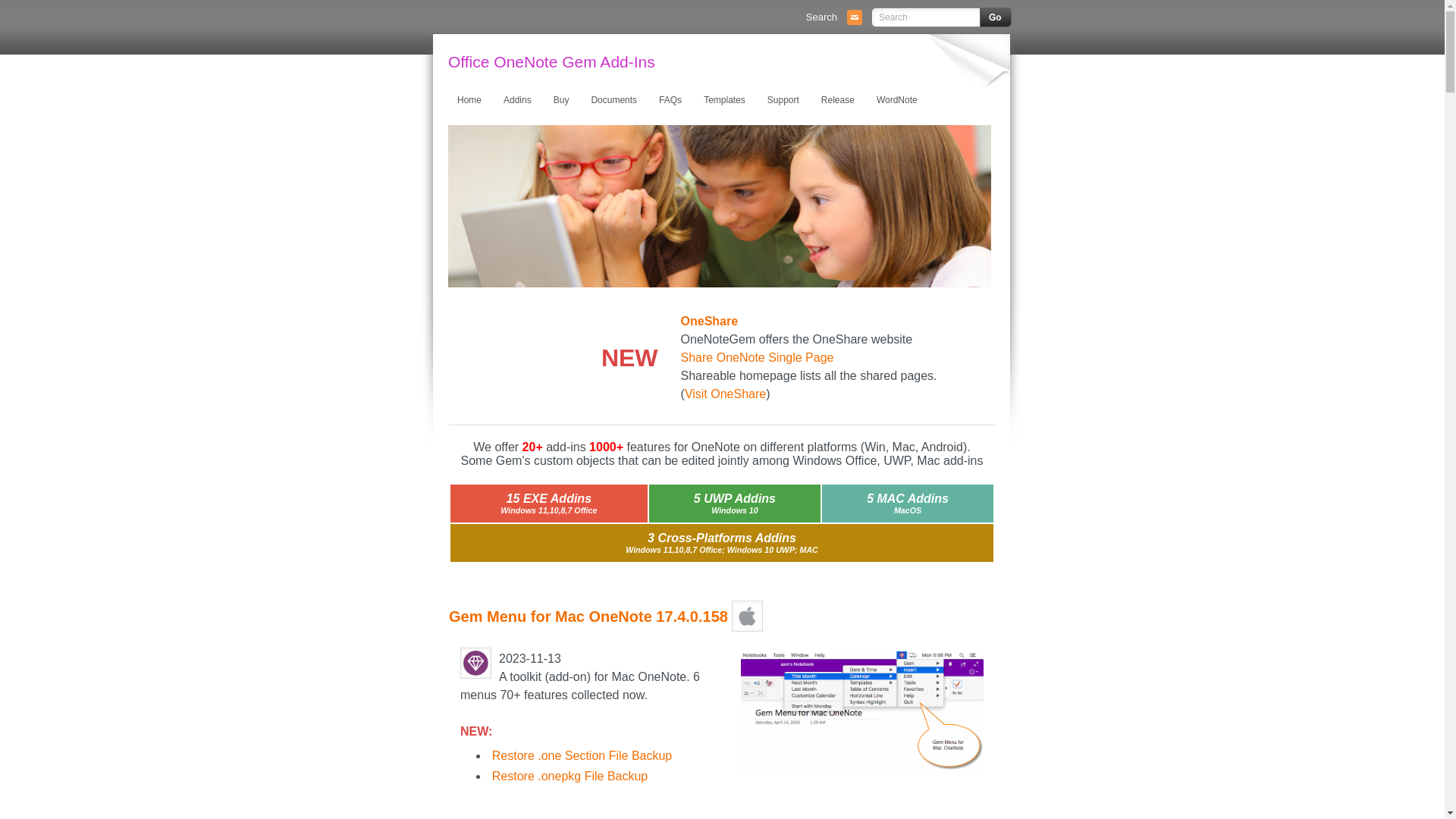  Describe the element at coordinates (548, 504) in the screenshot. I see `'15 EXE Addins` at that location.